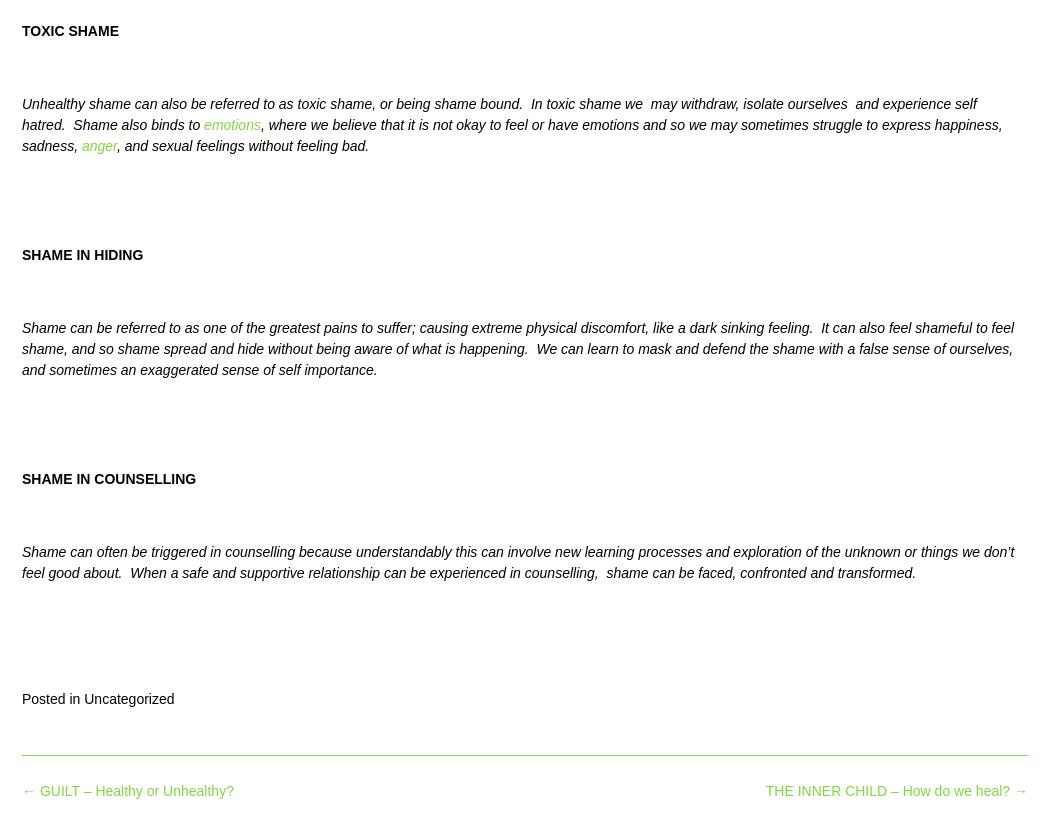  I want to click on 'anger', so click(80, 145).